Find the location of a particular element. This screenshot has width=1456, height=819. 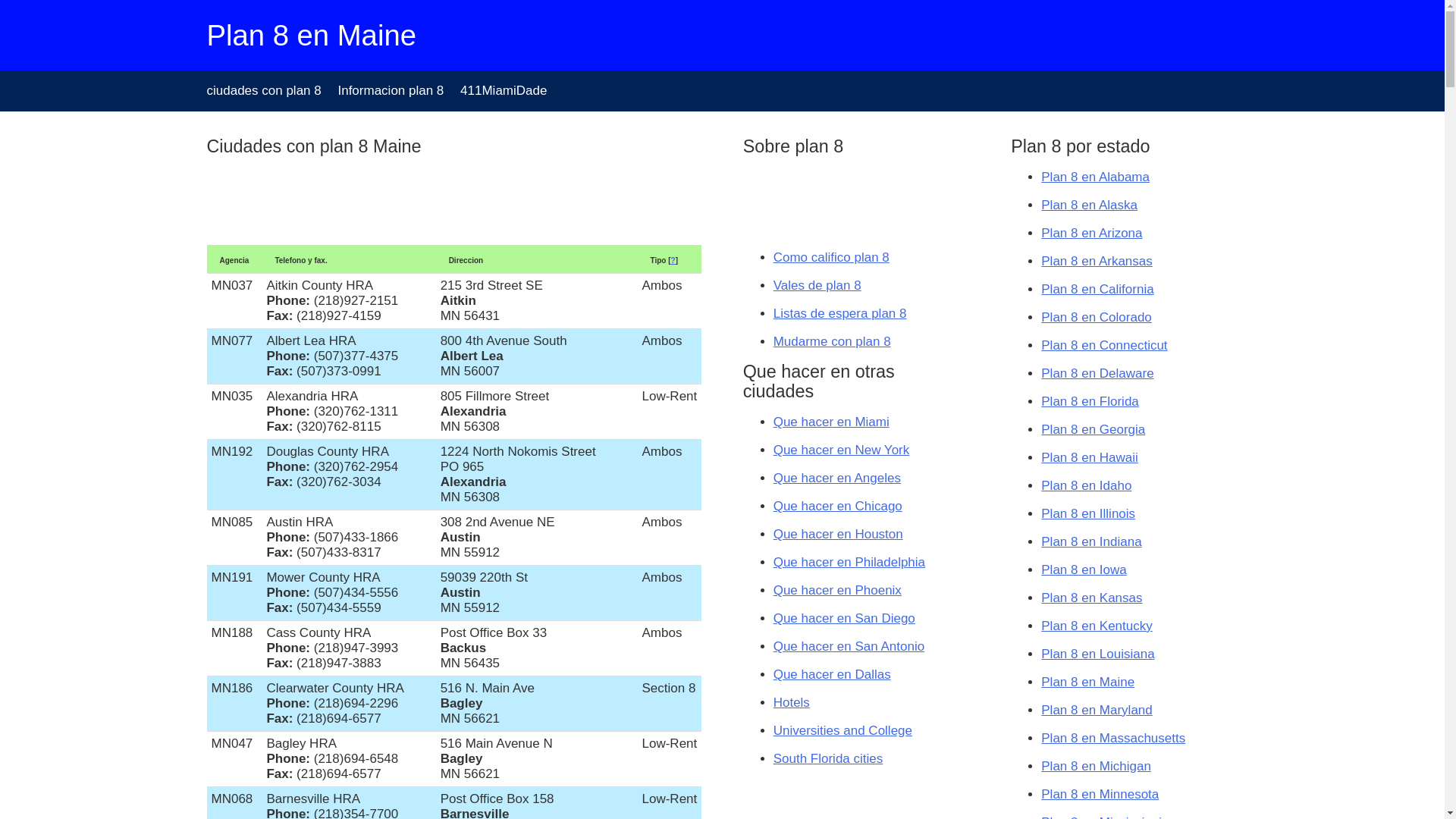

'Mower County HRA' is located at coordinates (265, 577).